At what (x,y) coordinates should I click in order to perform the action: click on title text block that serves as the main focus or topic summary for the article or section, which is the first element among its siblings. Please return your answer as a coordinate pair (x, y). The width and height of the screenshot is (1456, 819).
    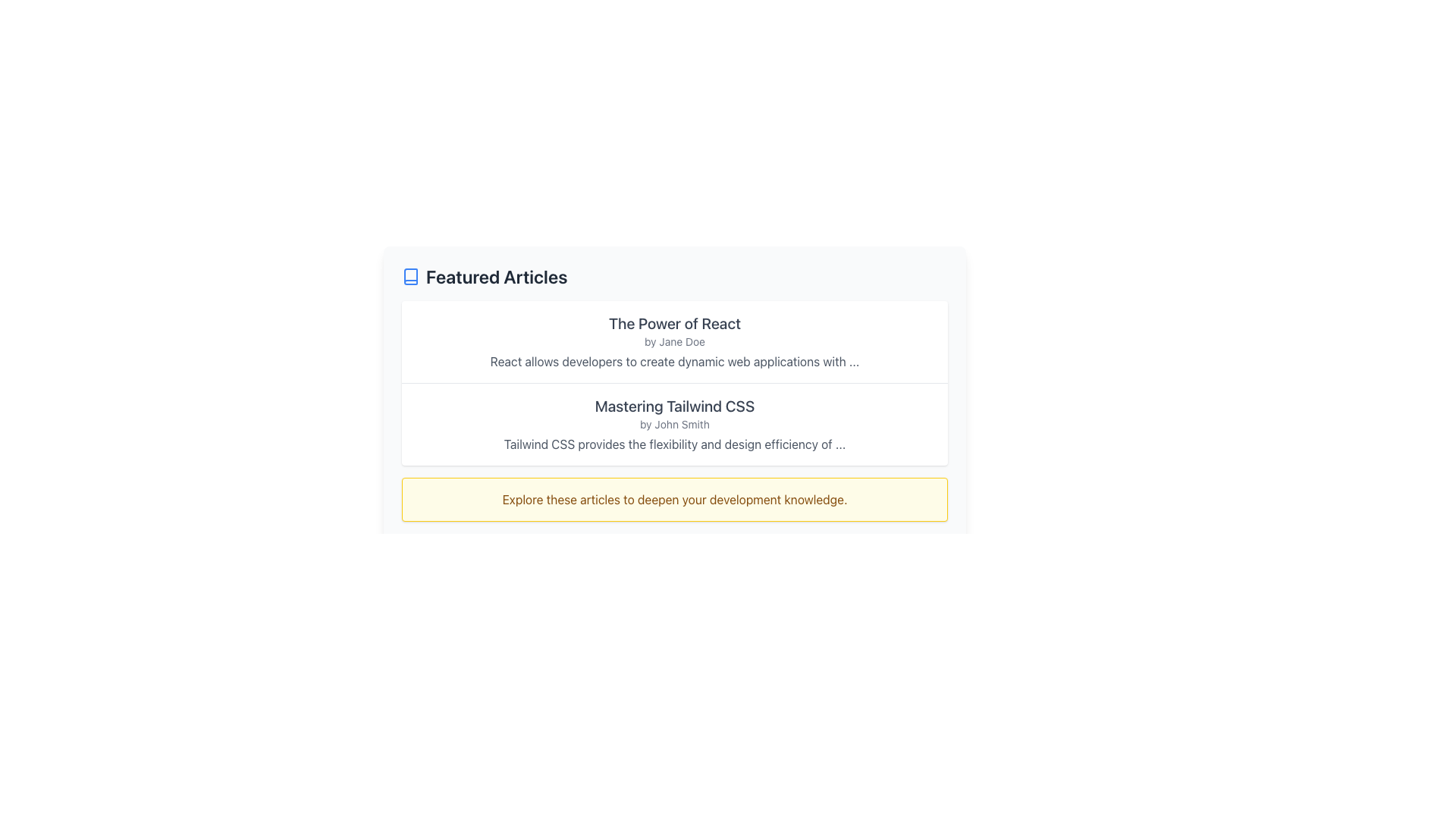
    Looking at the image, I should click on (673, 323).